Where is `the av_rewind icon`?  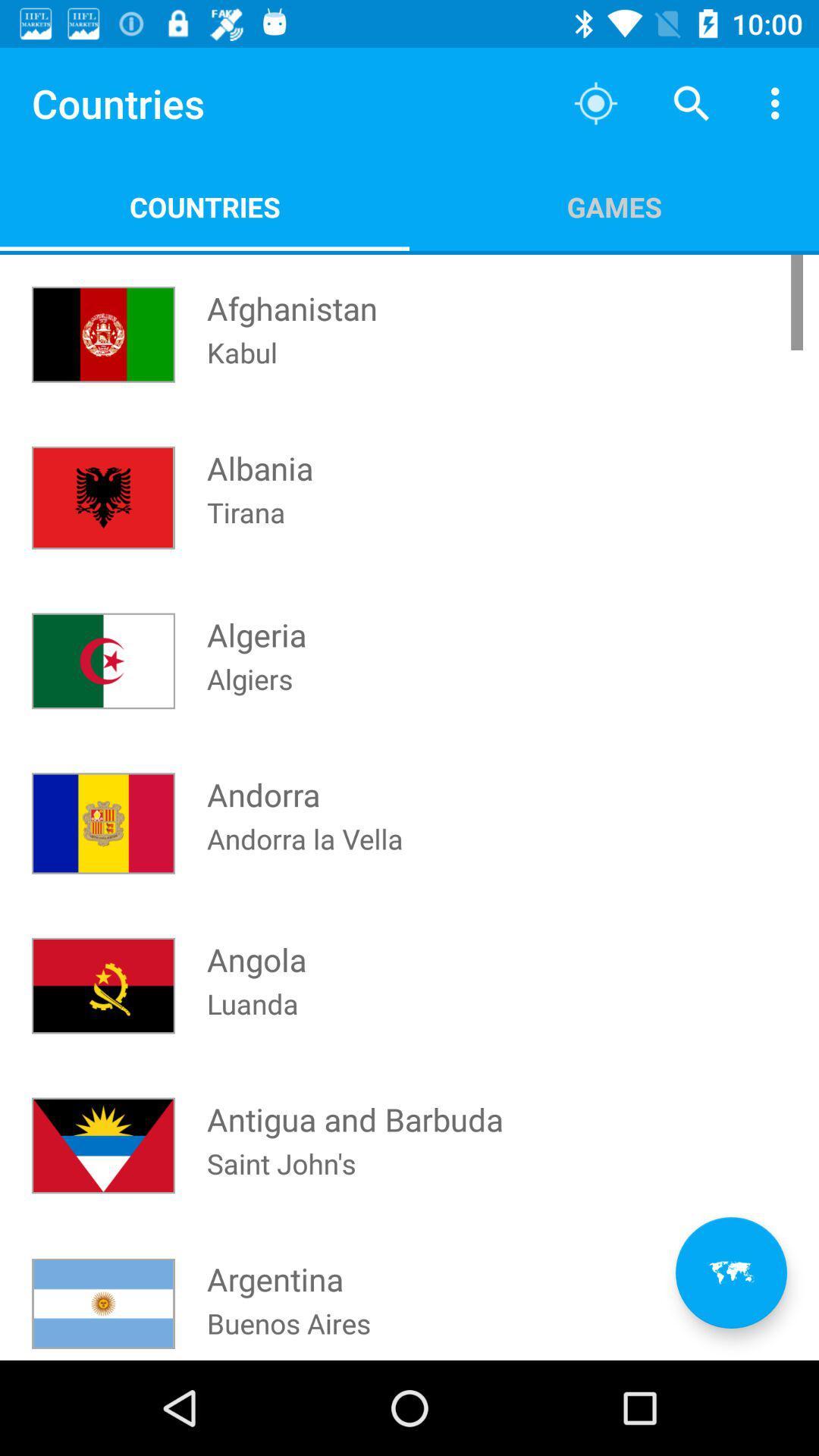
the av_rewind icon is located at coordinates (730, 1272).